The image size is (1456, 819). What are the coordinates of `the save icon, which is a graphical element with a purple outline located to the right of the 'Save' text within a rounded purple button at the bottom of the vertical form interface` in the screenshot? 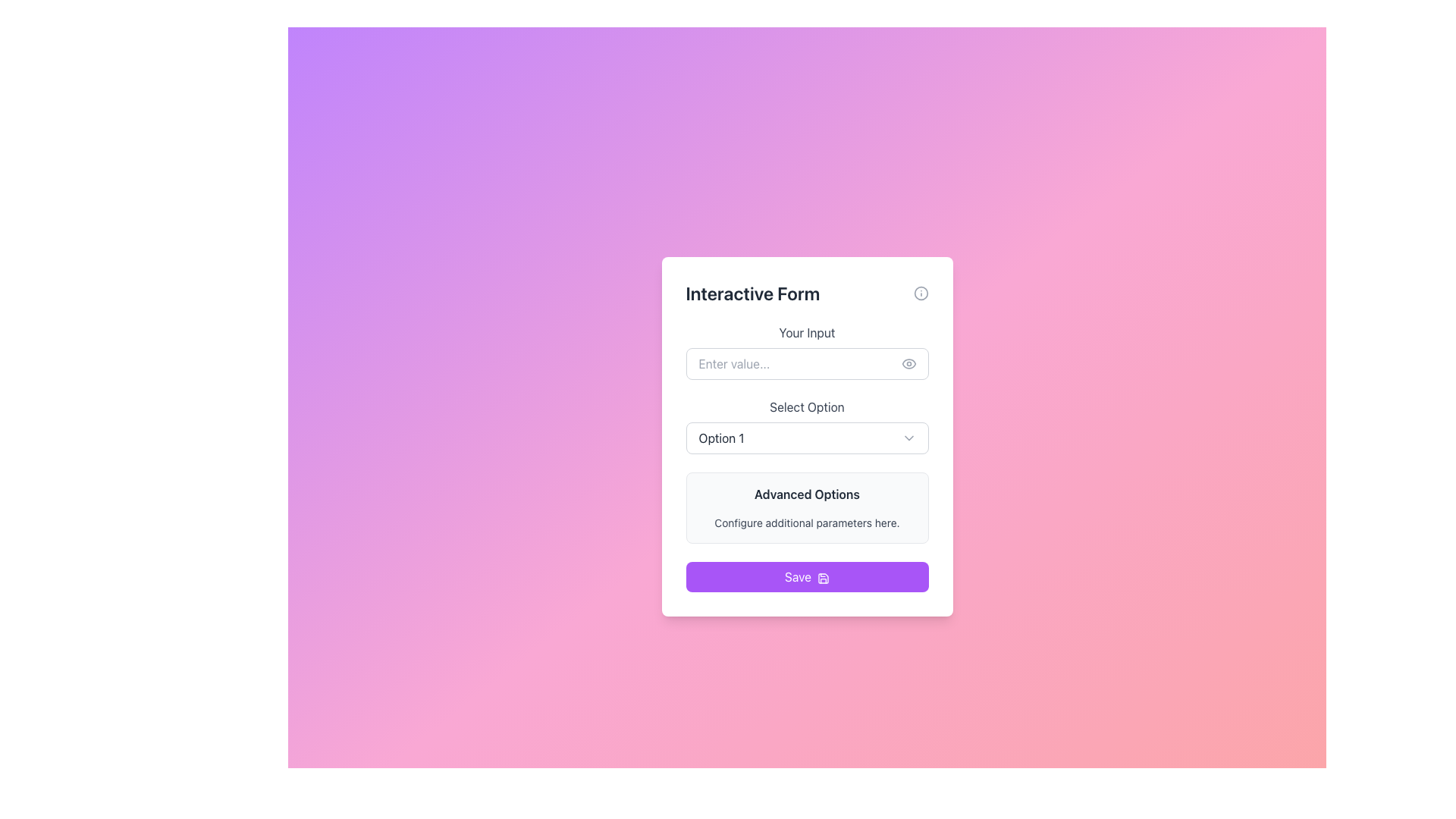 It's located at (822, 578).